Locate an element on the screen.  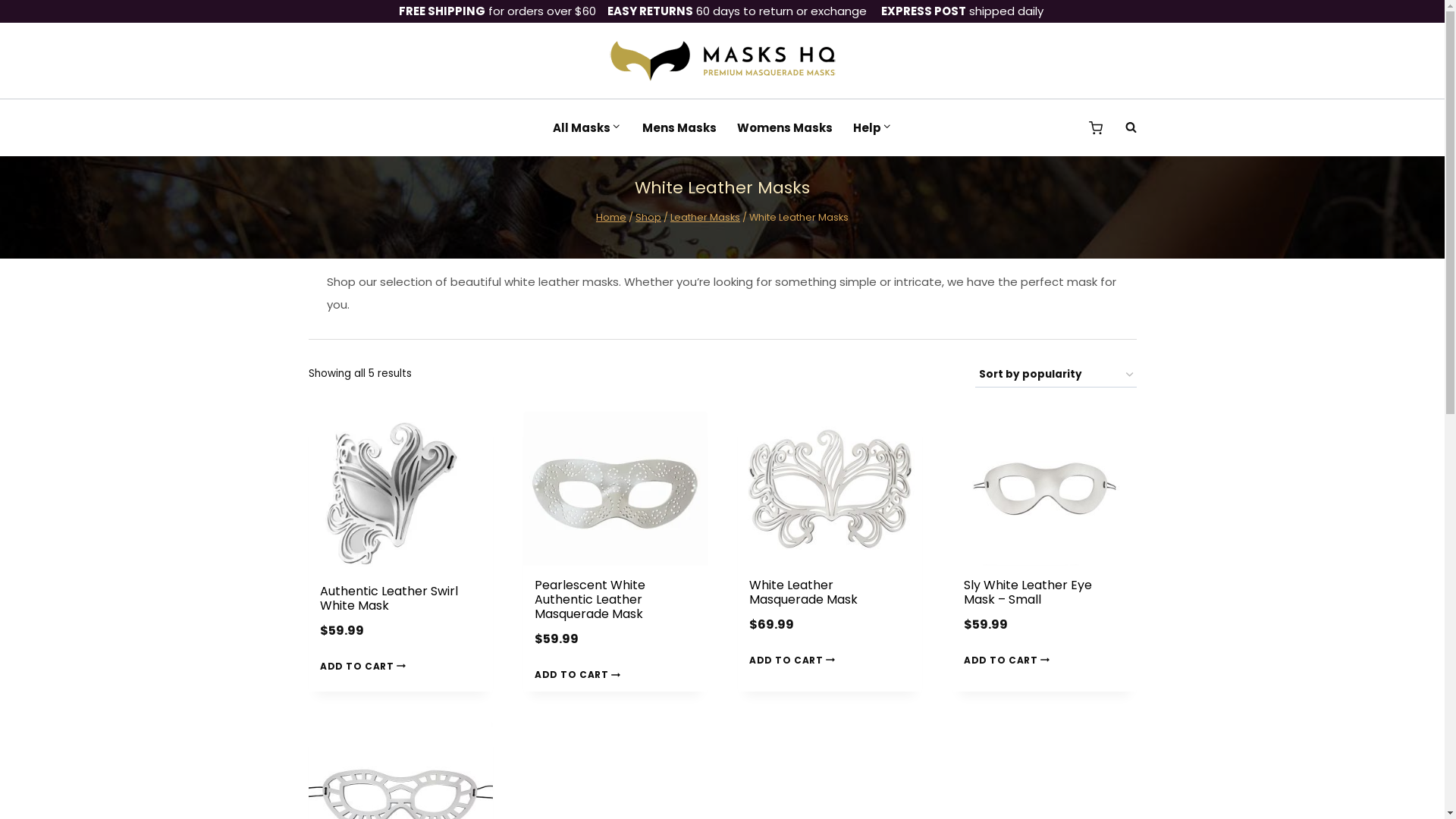
'ADD TO CART' is located at coordinates (1009, 659).